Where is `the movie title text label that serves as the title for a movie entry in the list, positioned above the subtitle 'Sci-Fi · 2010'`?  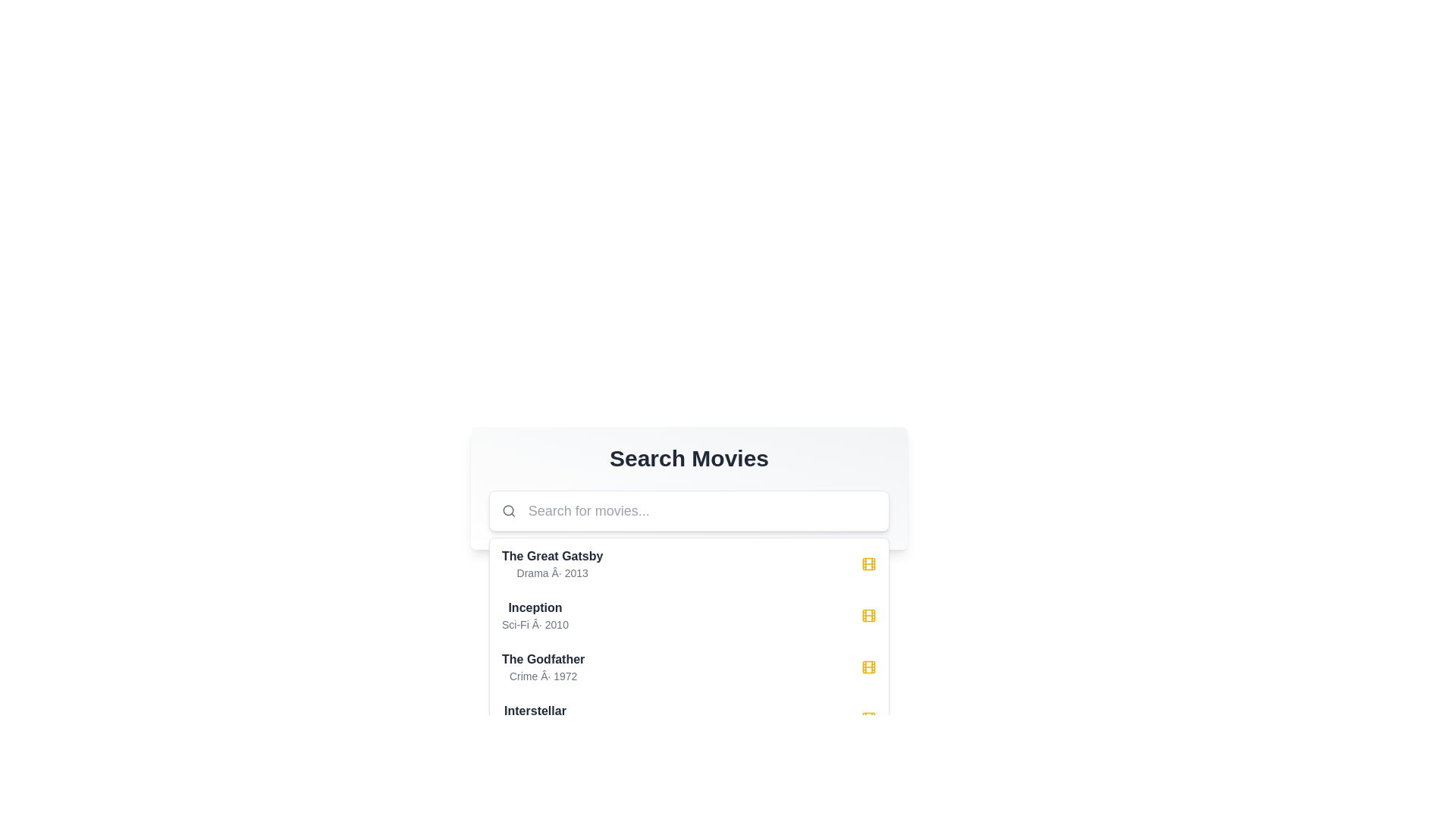
the movie title text label that serves as the title for a movie entry in the list, positioned above the subtitle 'Sci-Fi · 2010' is located at coordinates (535, 607).